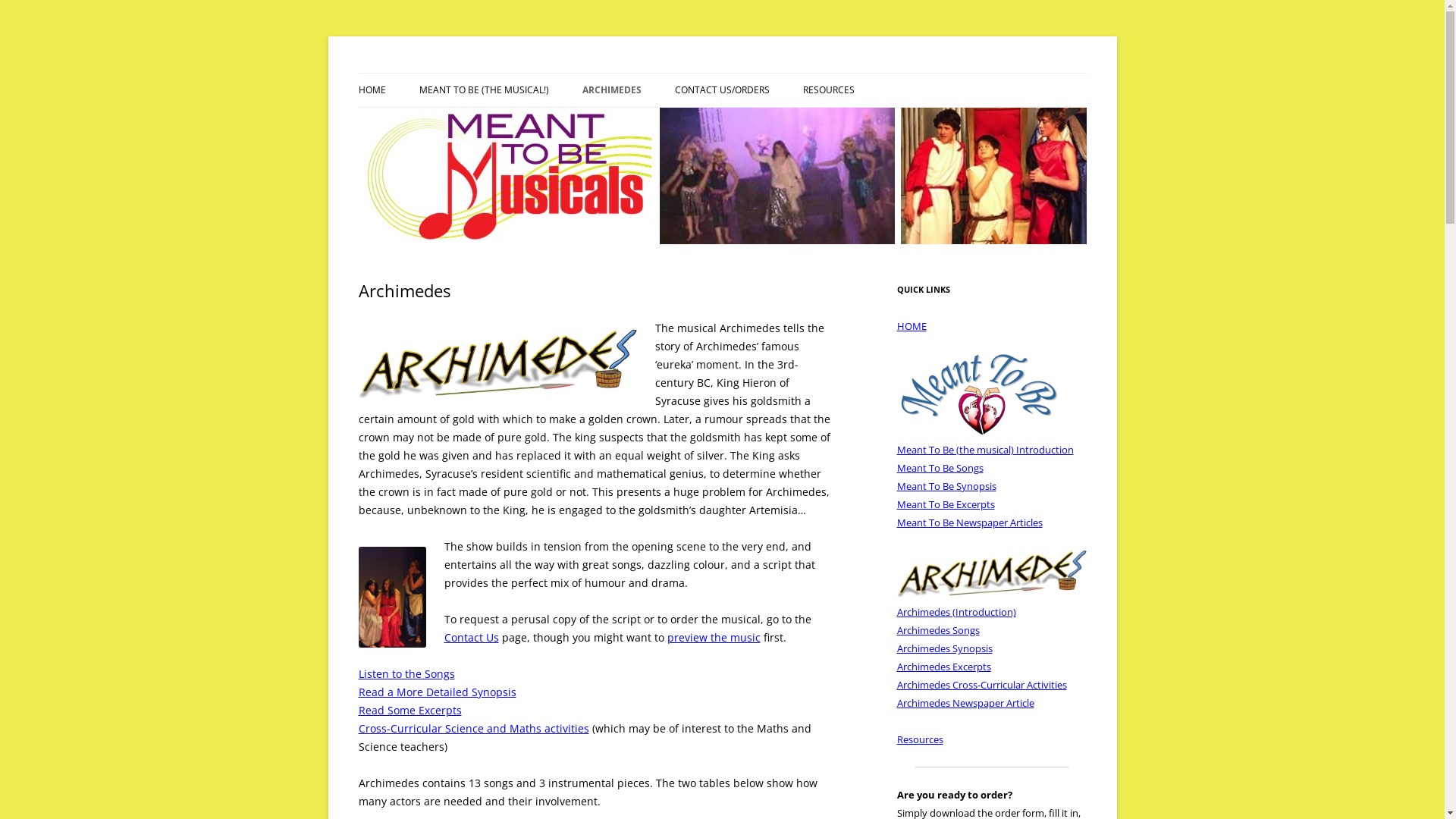 Image resolution: width=1456 pixels, height=819 pixels. I want to click on 'Archimedes Songs', so click(937, 629).